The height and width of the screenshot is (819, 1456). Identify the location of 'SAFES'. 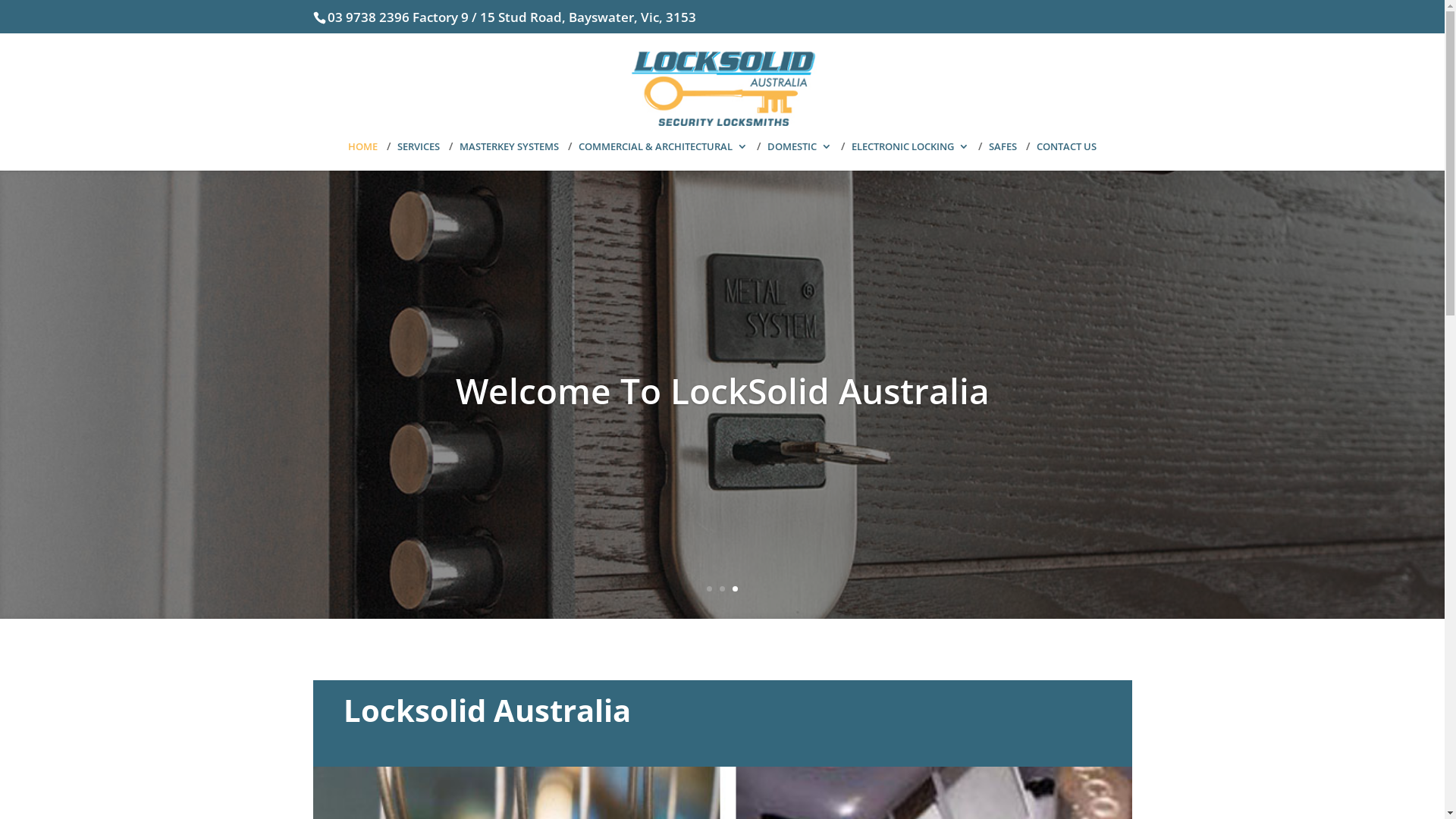
(989, 155).